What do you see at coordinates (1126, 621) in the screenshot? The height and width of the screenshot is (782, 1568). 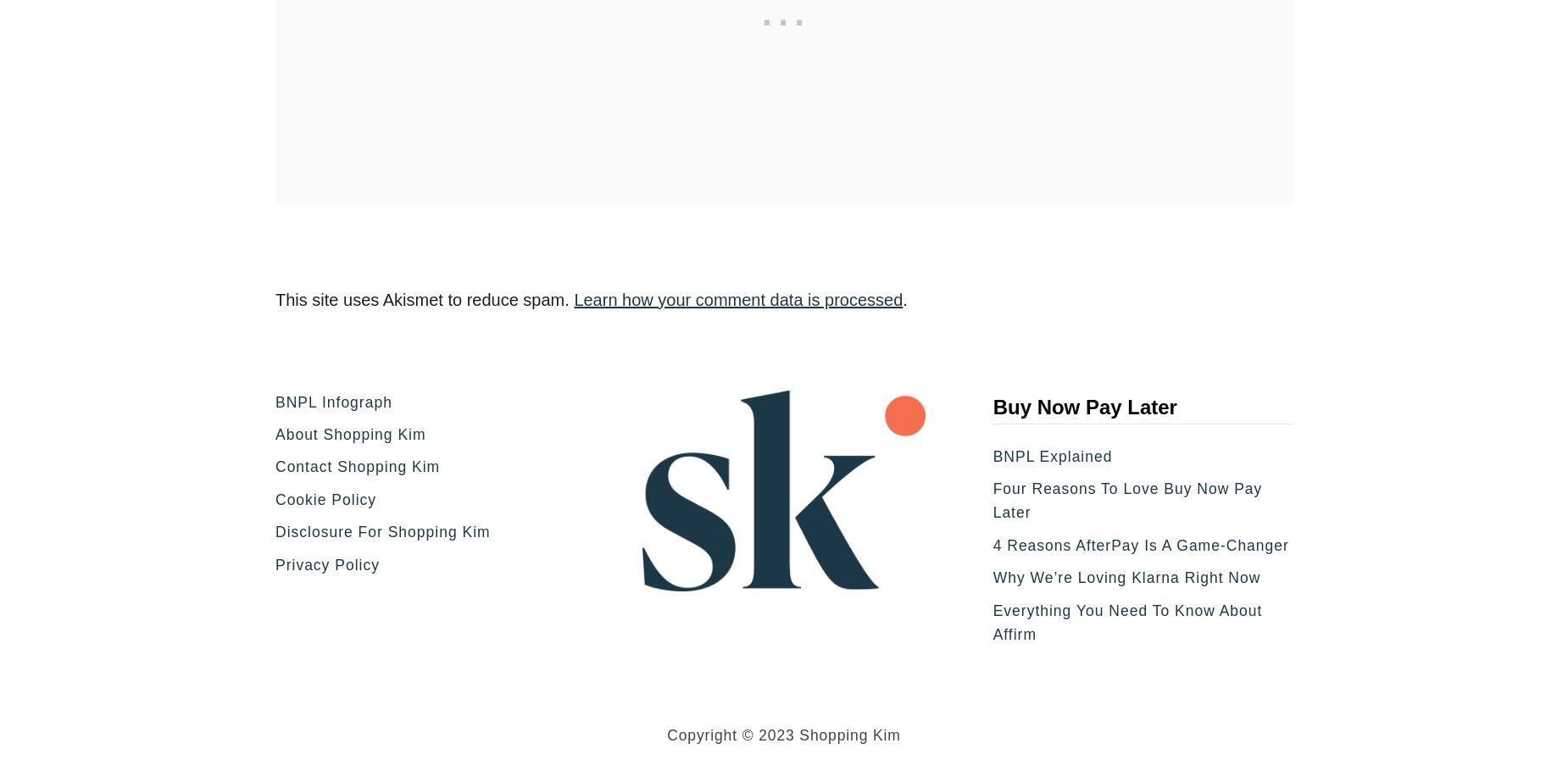 I see `'Everything You Need To Know About Affirm'` at bounding box center [1126, 621].